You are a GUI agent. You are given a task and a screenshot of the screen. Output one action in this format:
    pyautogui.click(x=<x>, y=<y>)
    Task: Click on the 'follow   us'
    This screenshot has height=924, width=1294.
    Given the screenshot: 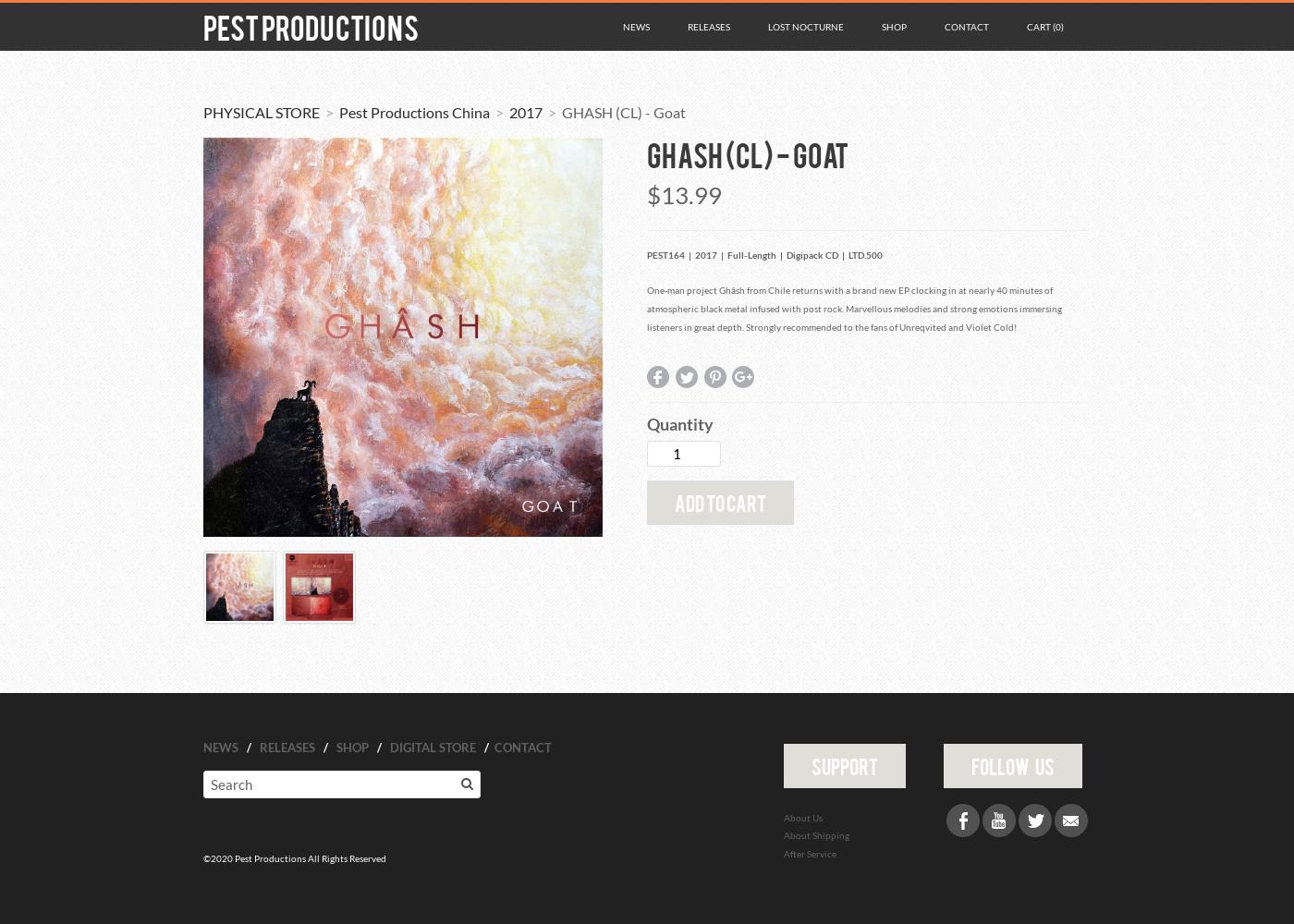 What is the action you would take?
    pyautogui.click(x=1013, y=764)
    